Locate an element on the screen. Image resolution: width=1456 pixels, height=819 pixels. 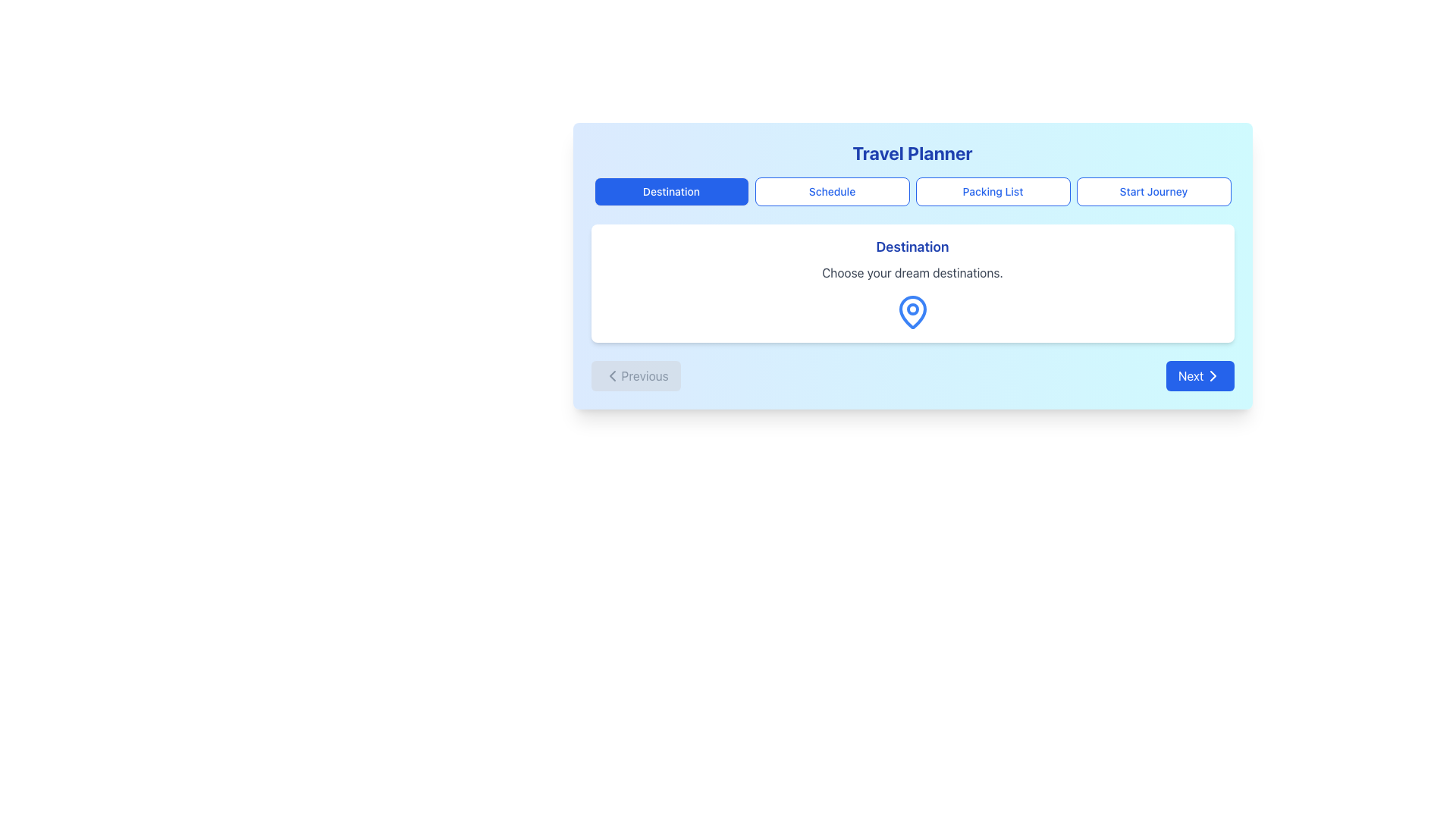
the text label indicating the purpose of the rightmost navigation button in the horizontal navigation bar, which initiates a journey is located at coordinates (1153, 191).